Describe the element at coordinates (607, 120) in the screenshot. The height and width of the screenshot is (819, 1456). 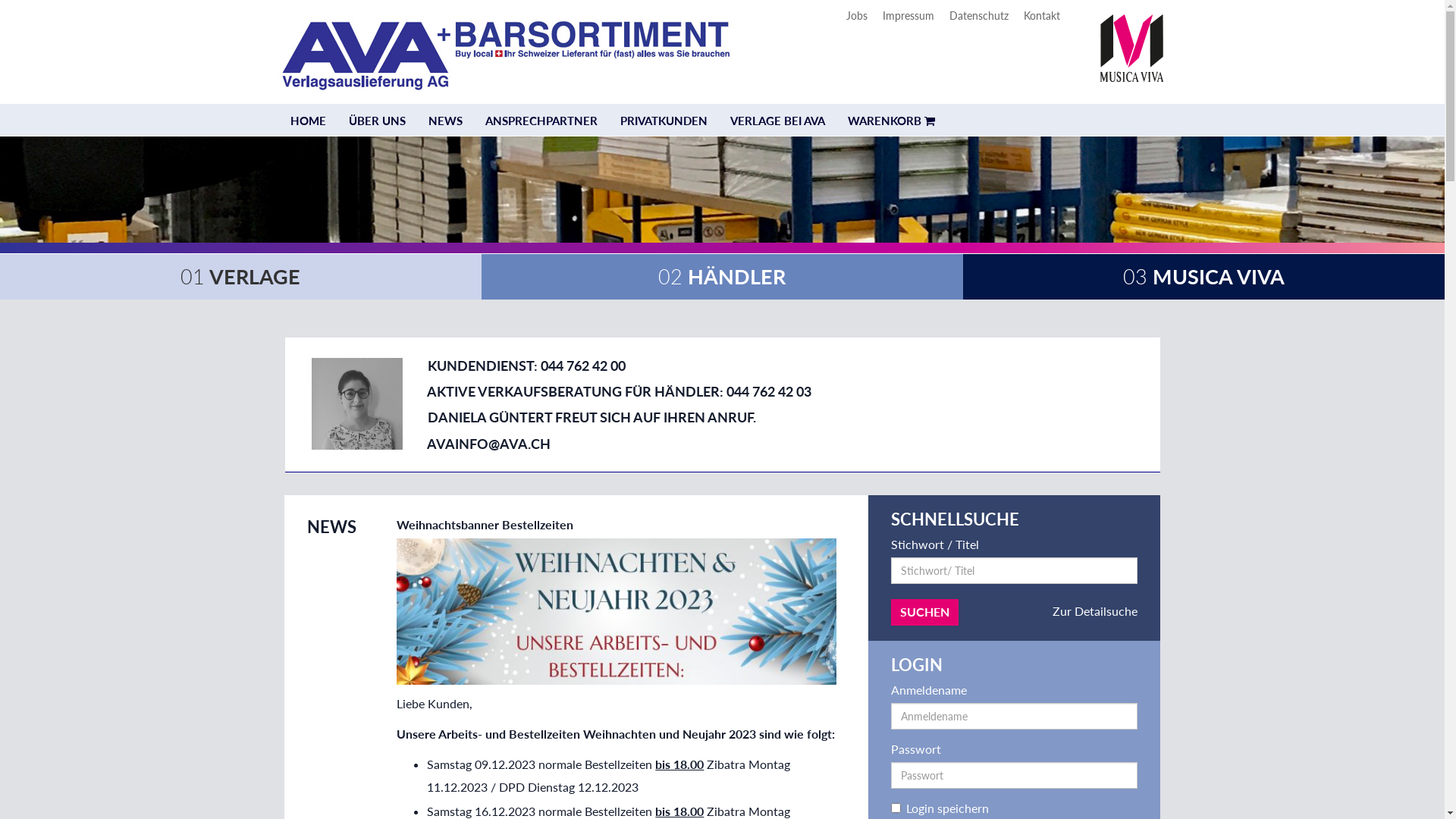
I see `'PRIVATKUNDEN'` at that location.